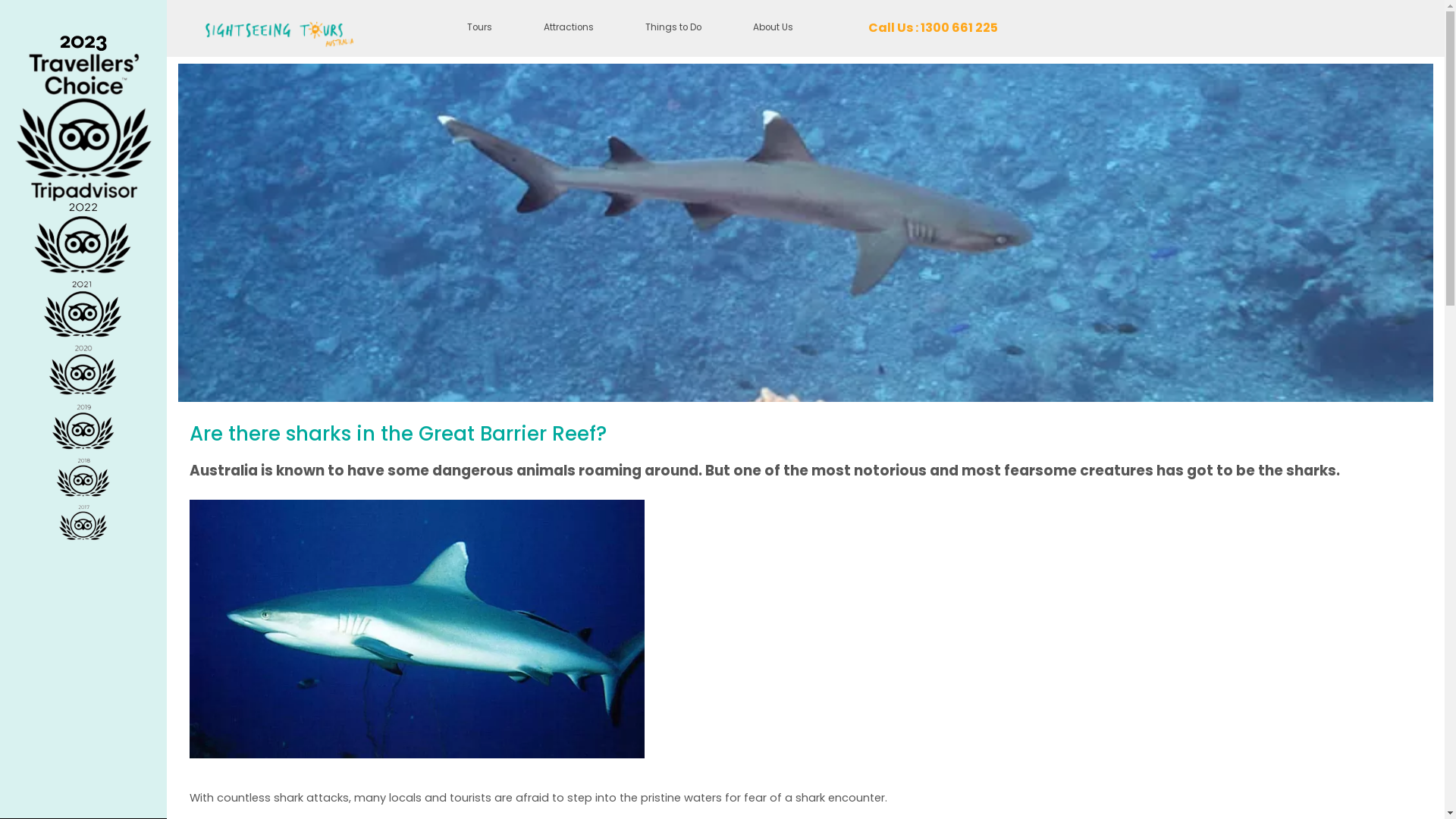 This screenshot has height=819, width=1456. What do you see at coordinates (932, 28) in the screenshot?
I see `'Call Us : 1300 661 225'` at bounding box center [932, 28].